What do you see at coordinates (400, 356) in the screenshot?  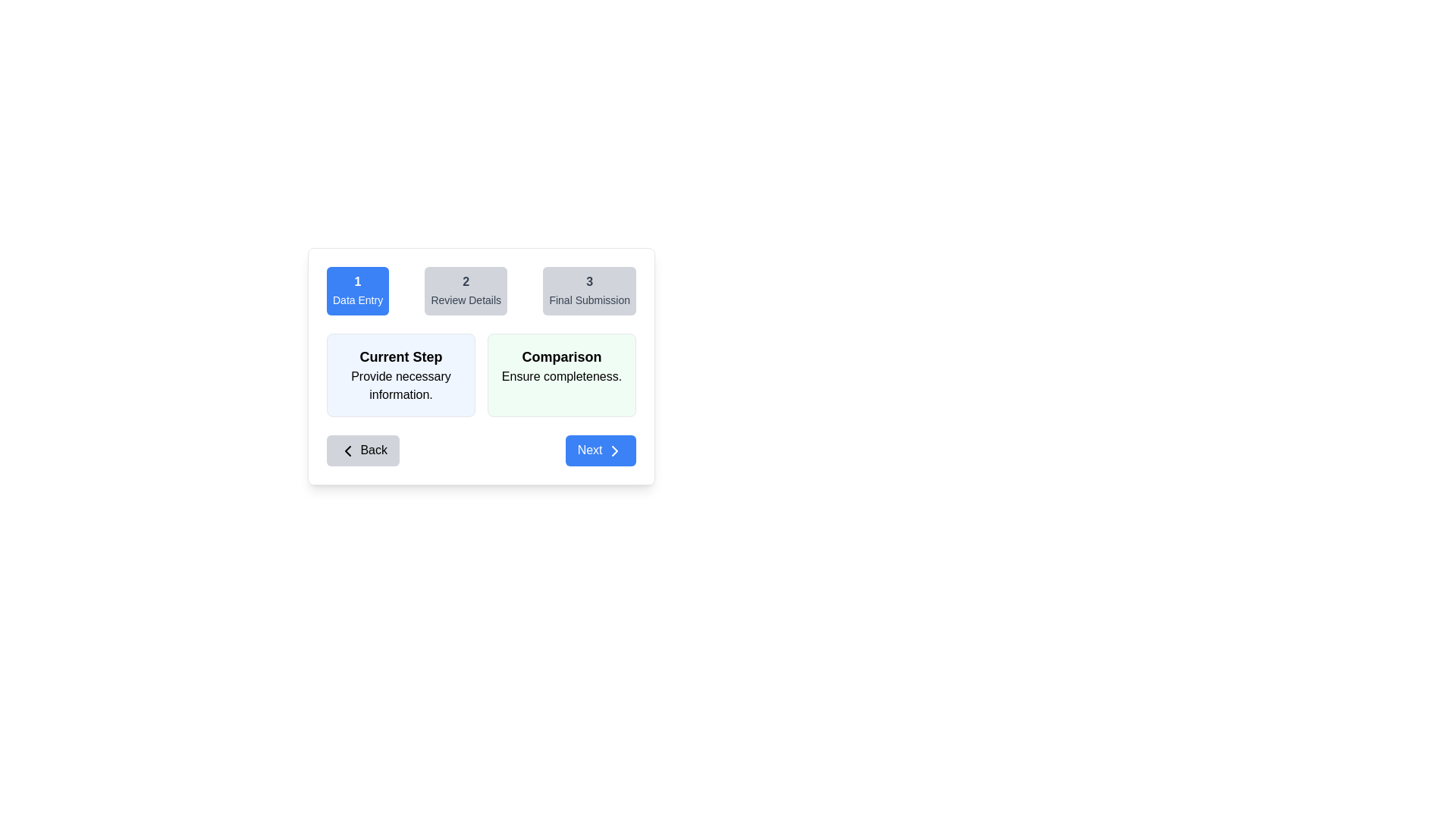 I see `the 'Current Step' text label, which is a bold, large font styled label in black on a light blue card located beneath the '1 Data Entry' tab` at bounding box center [400, 356].